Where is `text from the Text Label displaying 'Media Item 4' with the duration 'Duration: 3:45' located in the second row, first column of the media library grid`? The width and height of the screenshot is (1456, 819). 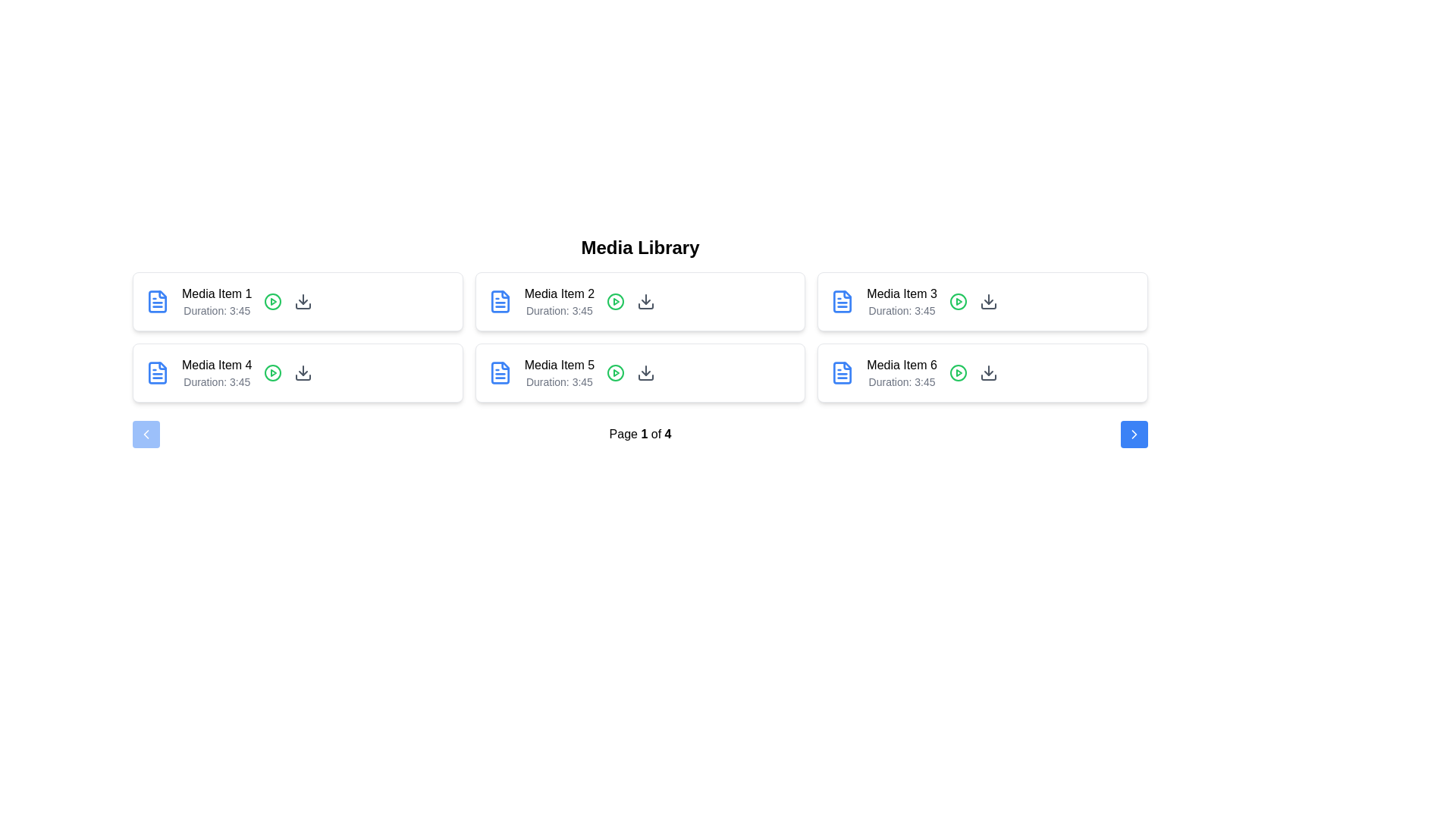
text from the Text Label displaying 'Media Item 4' with the duration 'Duration: 3:45' located in the second row, first column of the media library grid is located at coordinates (216, 373).